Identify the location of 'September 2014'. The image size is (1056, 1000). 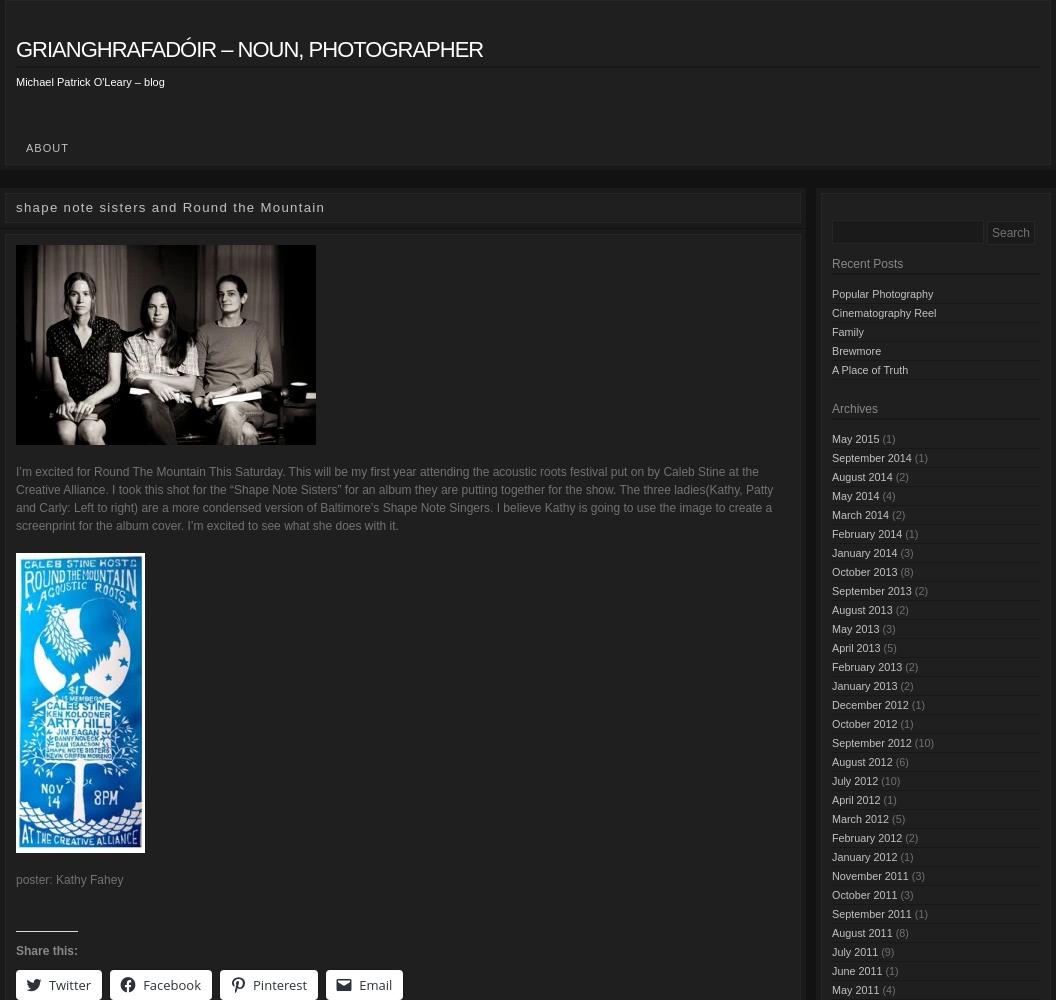
(870, 456).